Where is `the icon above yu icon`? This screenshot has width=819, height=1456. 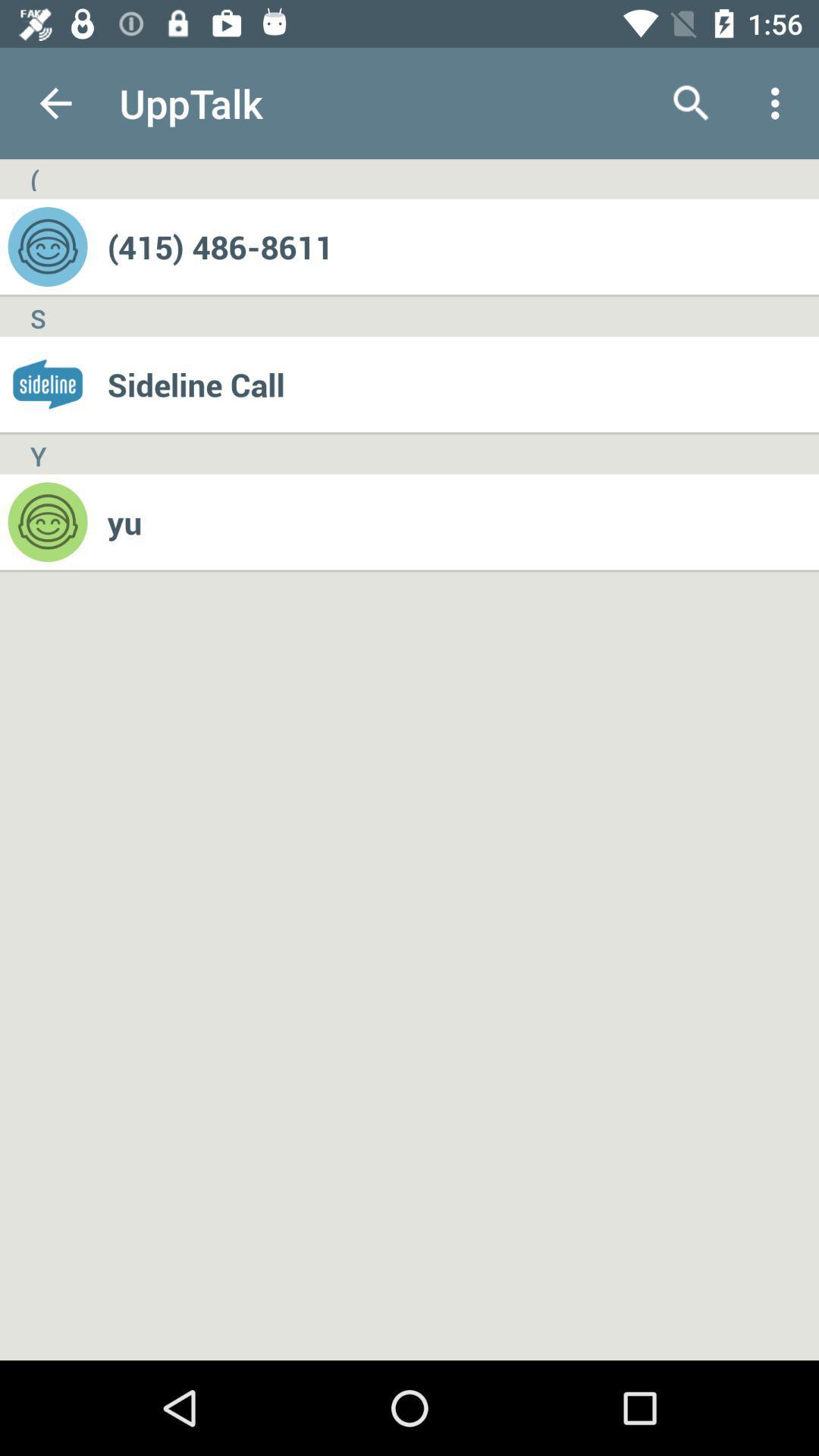
the icon above yu icon is located at coordinates (462, 384).